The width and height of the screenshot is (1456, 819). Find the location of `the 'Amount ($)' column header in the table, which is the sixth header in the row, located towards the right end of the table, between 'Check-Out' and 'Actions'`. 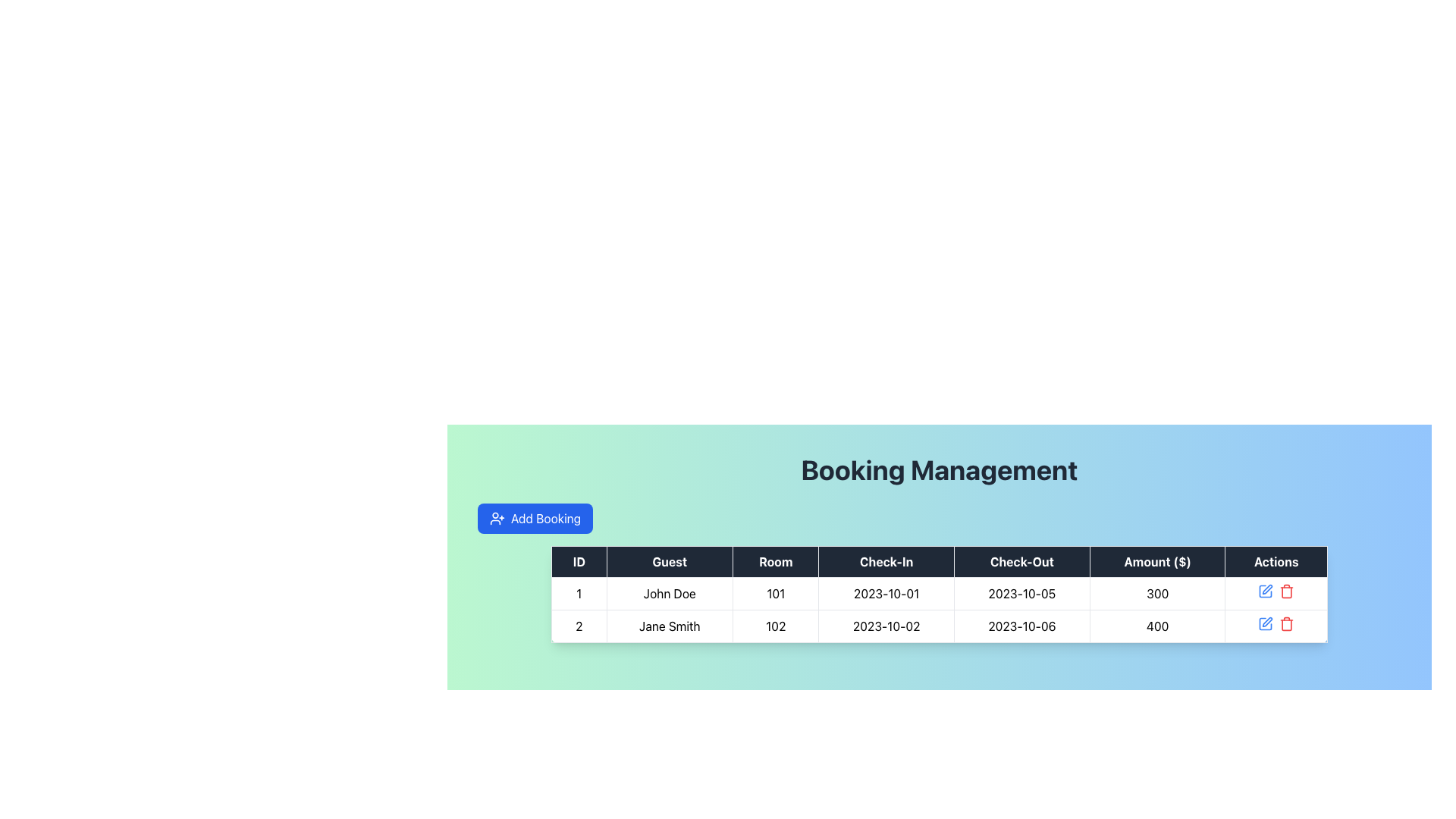

the 'Amount ($)' column header in the table, which is the sixth header in the row, located towards the right end of the table, between 'Check-Out' and 'Actions' is located at coordinates (1156, 561).